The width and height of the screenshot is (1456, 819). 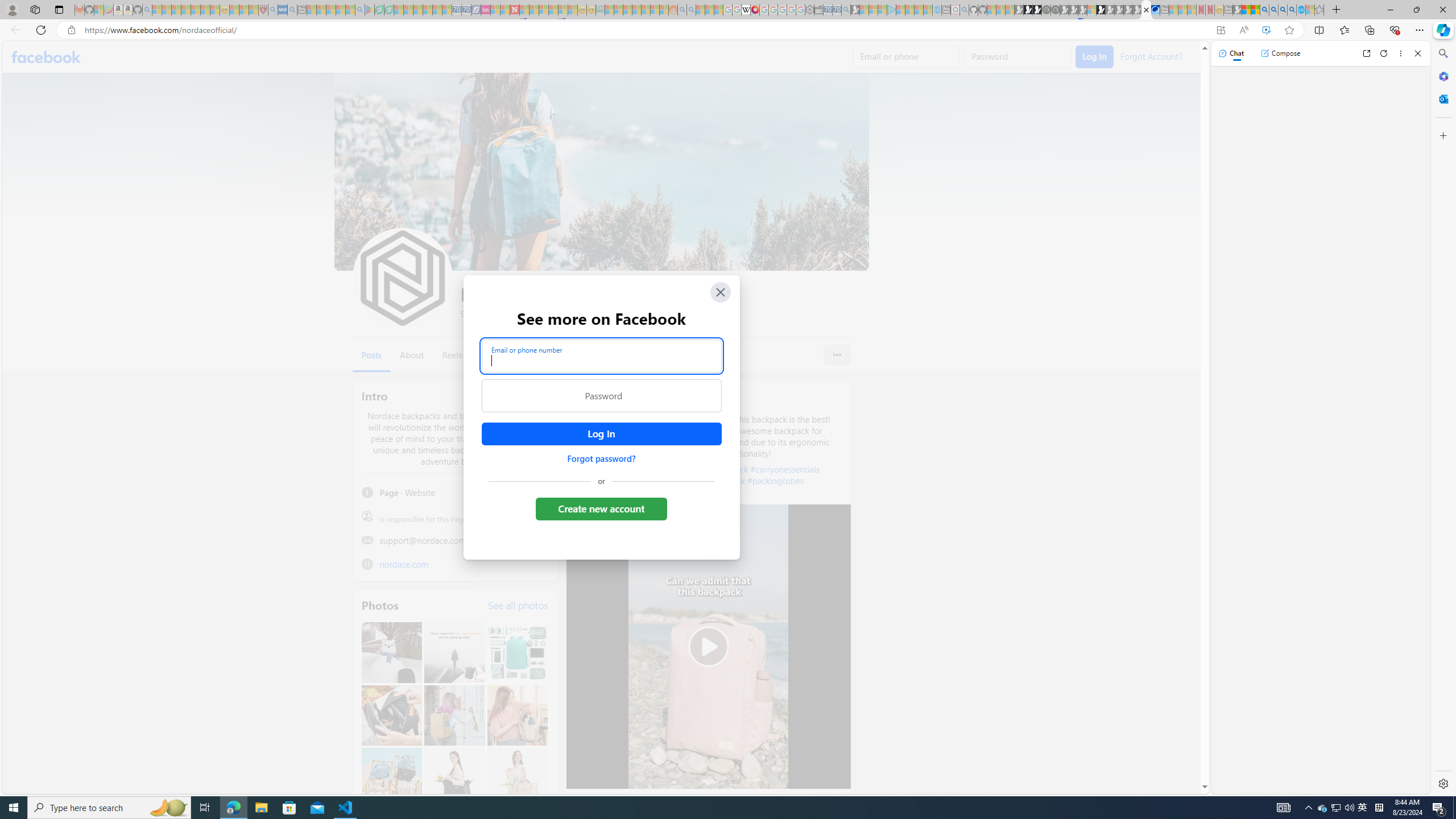 What do you see at coordinates (1155, 9) in the screenshot?
I see `'AirNow.gov'` at bounding box center [1155, 9].